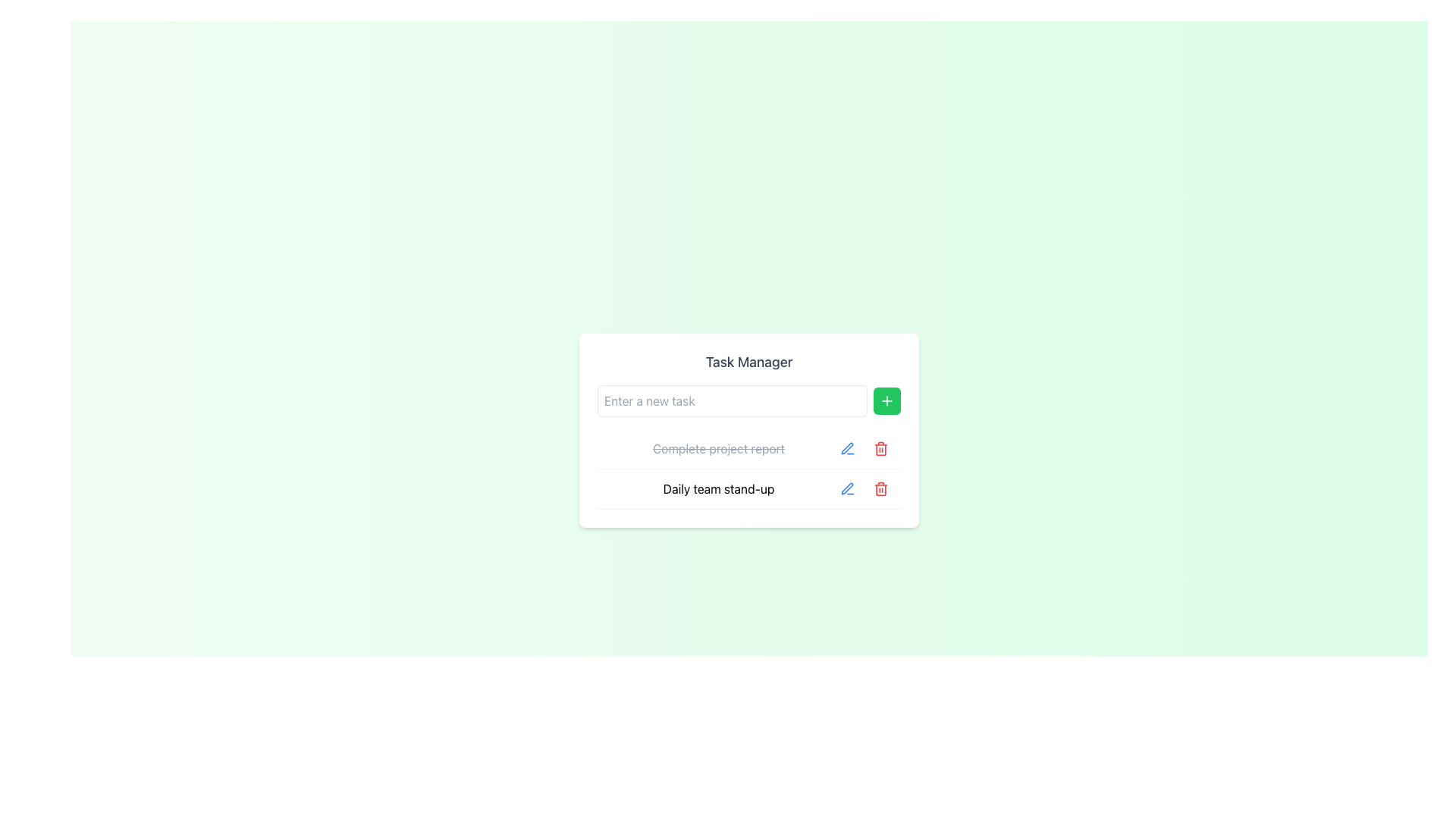 The height and width of the screenshot is (819, 1456). I want to click on the button that adds a new task, so click(887, 400).